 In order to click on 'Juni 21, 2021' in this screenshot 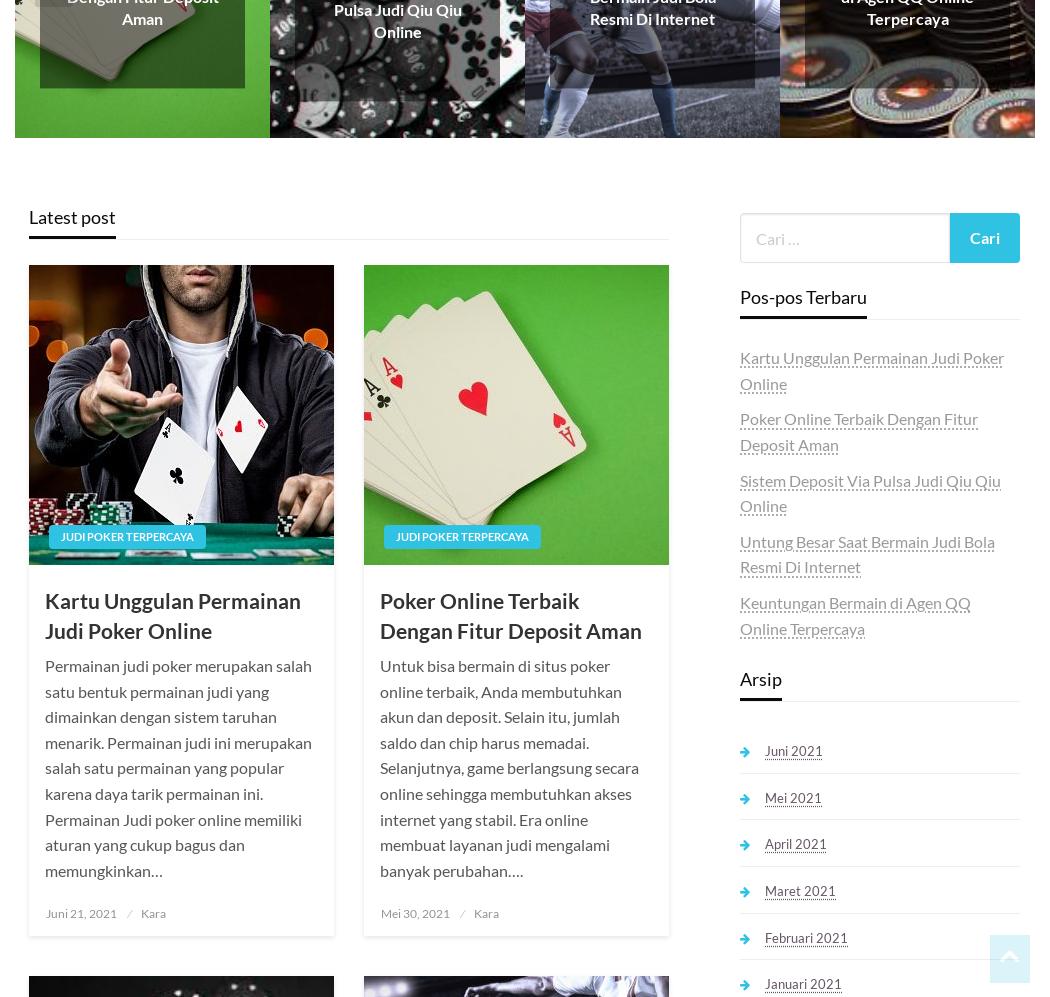, I will do `click(81, 913)`.